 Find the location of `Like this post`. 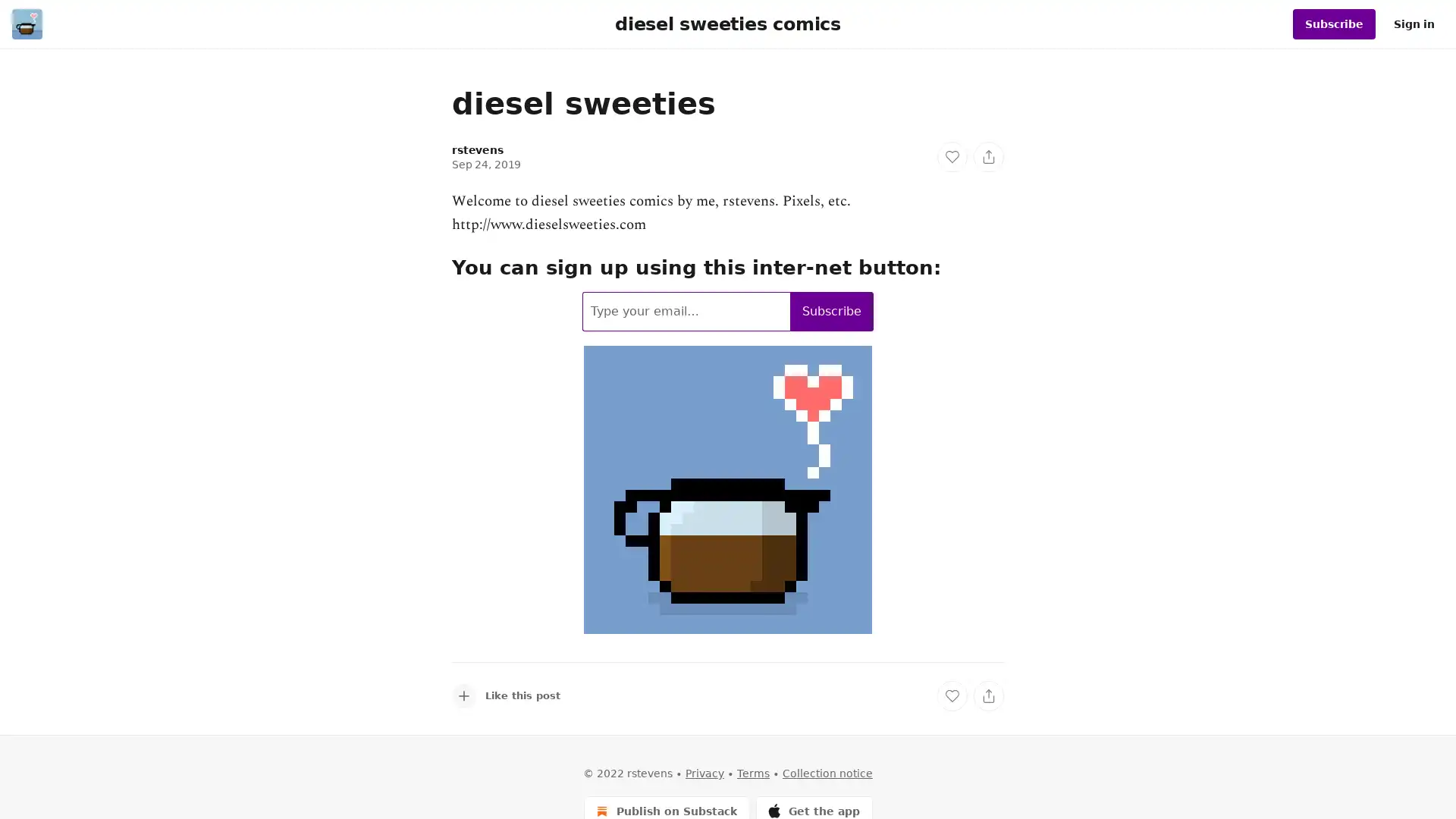

Like this post is located at coordinates (506, 695).